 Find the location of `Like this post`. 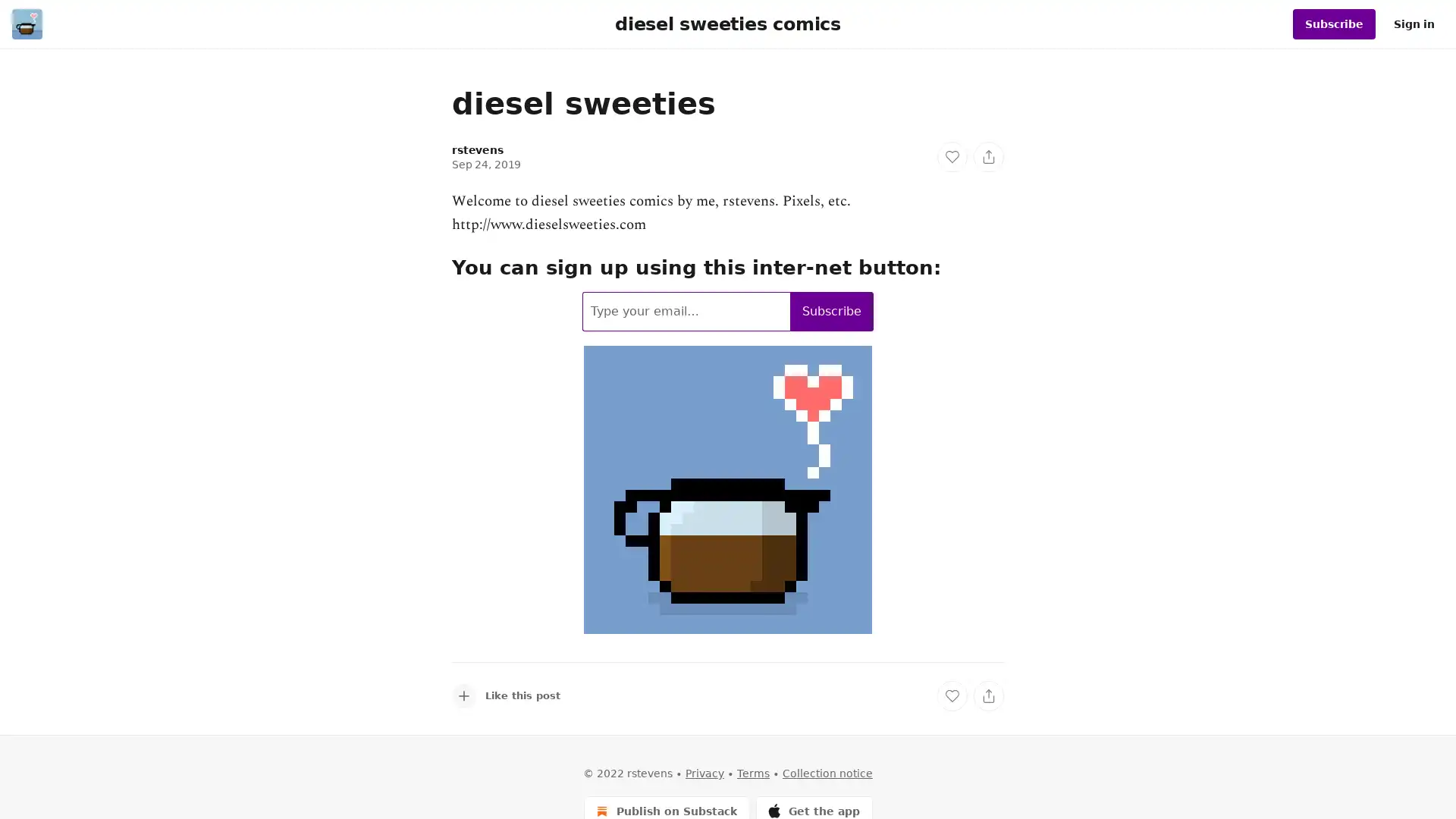

Like this post is located at coordinates (506, 695).